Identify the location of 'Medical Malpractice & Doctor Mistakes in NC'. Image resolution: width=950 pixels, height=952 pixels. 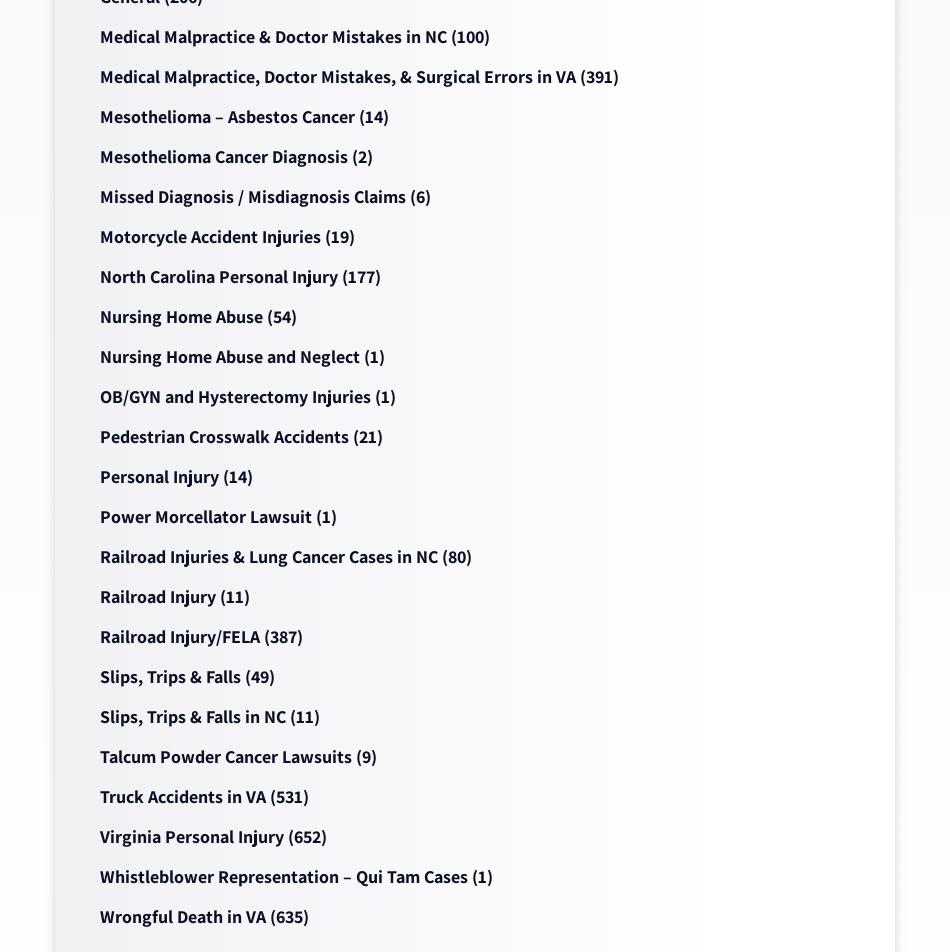
(272, 36).